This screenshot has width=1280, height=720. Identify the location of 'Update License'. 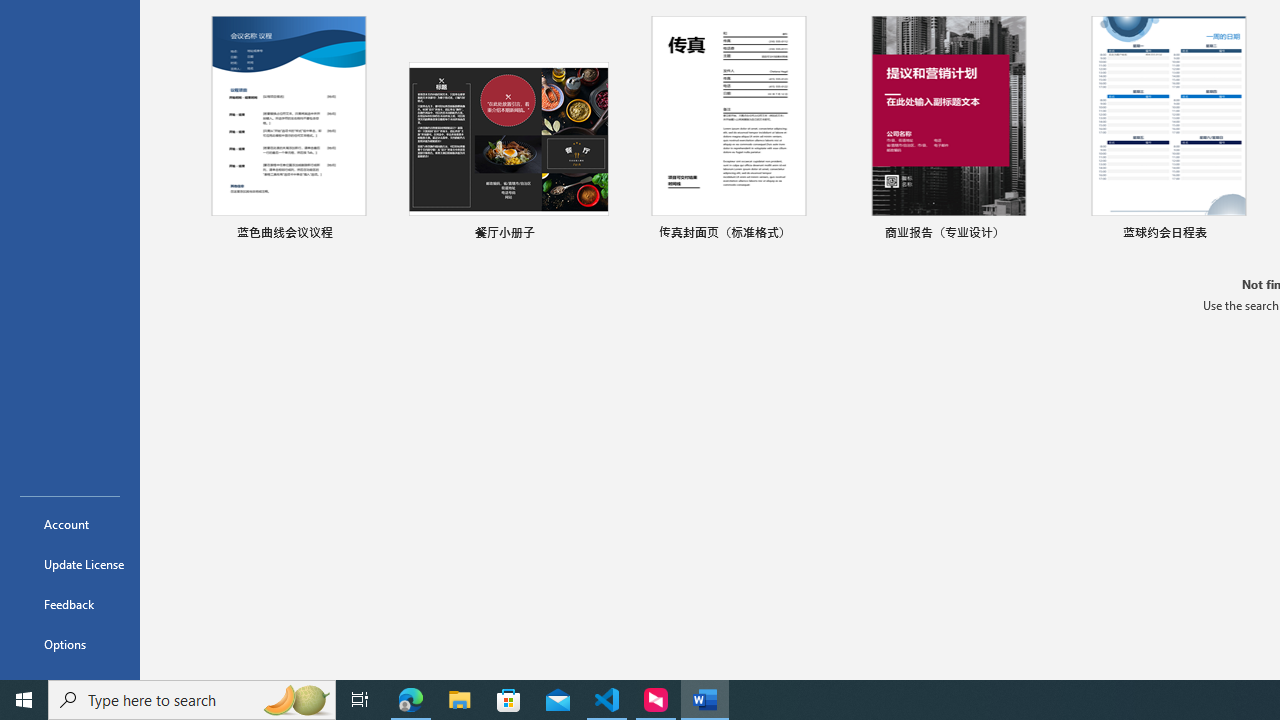
(69, 564).